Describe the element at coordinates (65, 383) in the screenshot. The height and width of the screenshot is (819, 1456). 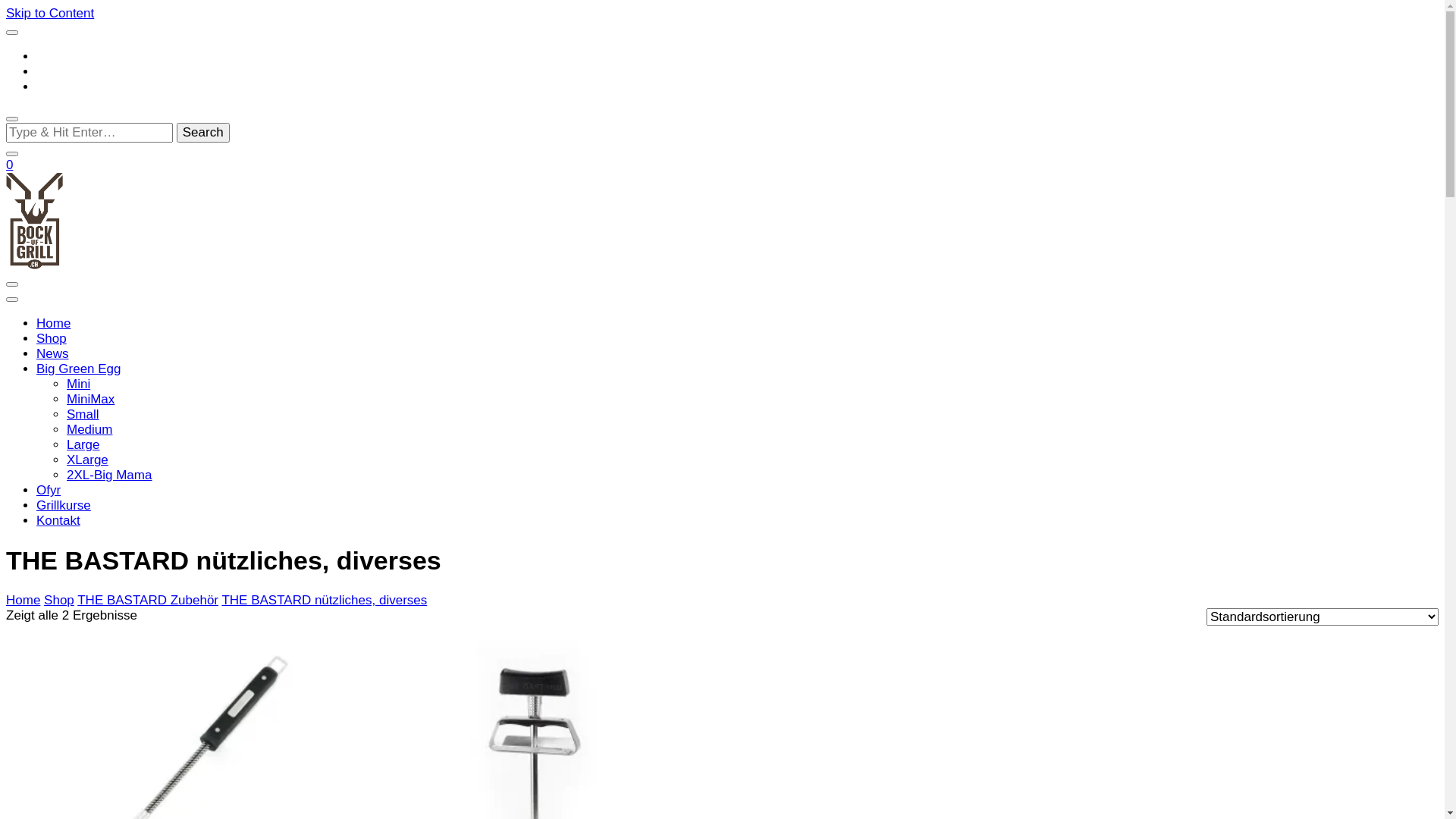
I see `'Mini'` at that location.